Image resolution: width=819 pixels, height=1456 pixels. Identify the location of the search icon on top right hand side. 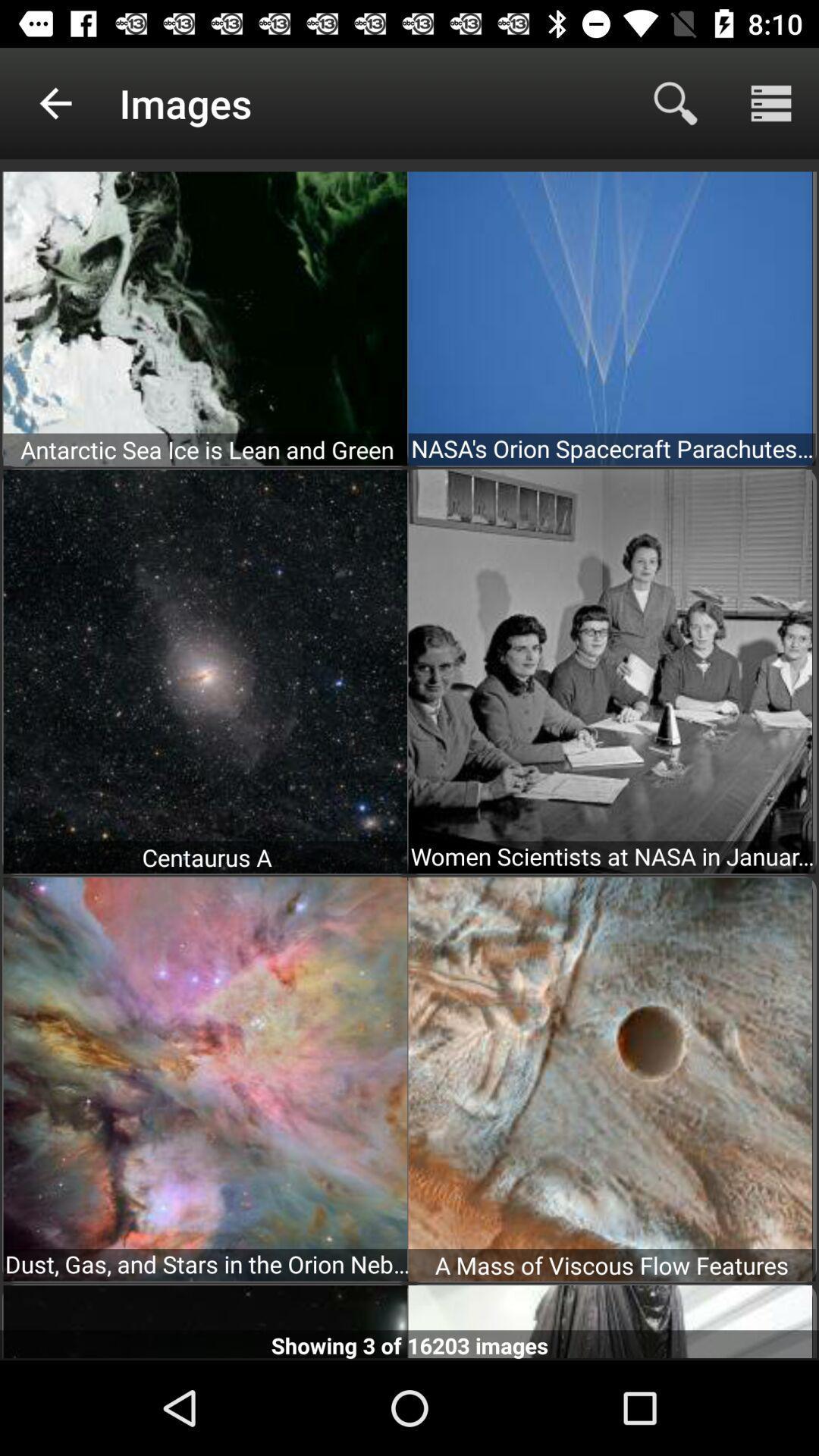
(675, 103).